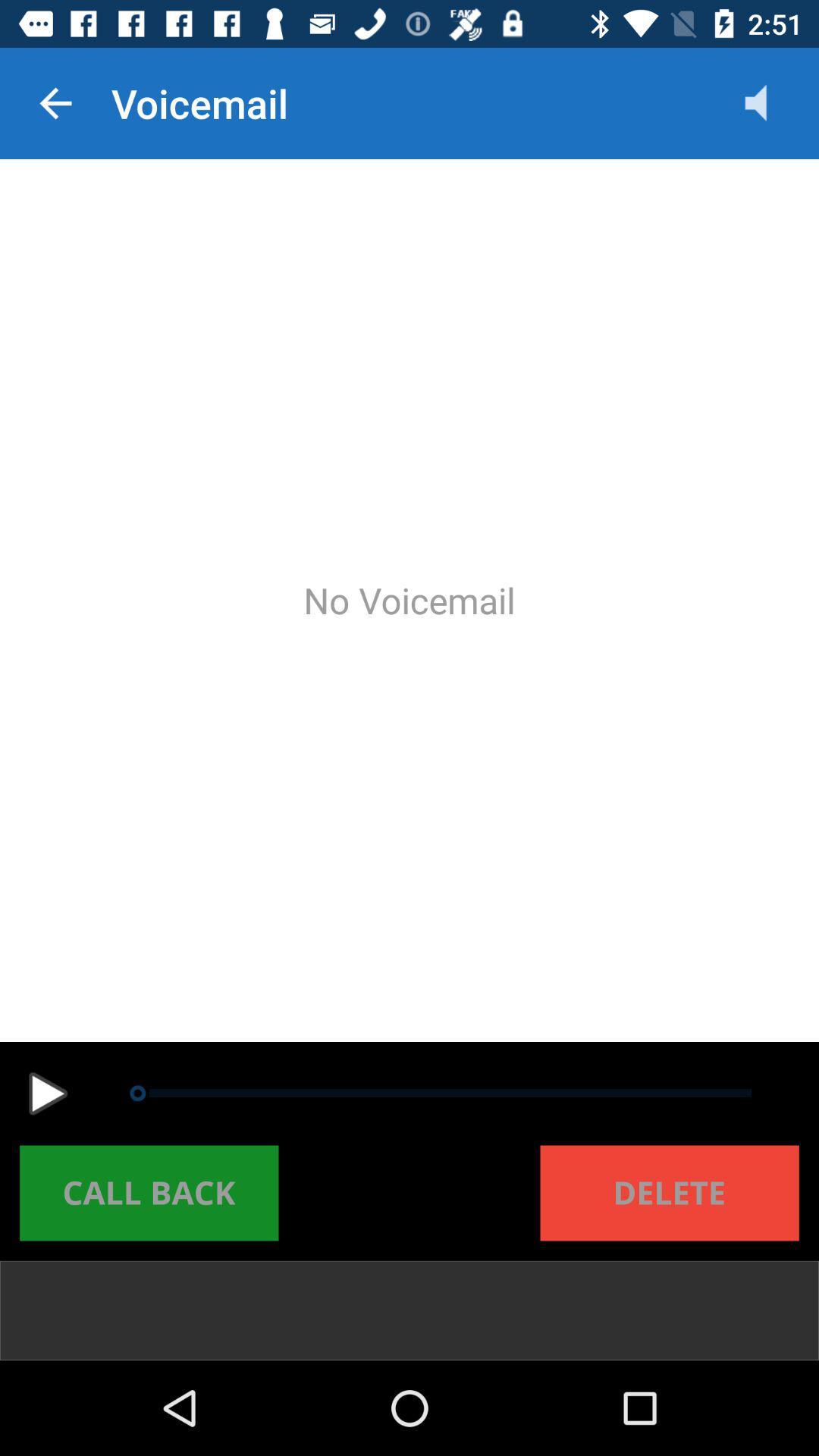  I want to click on the item above the call back, so click(47, 1094).